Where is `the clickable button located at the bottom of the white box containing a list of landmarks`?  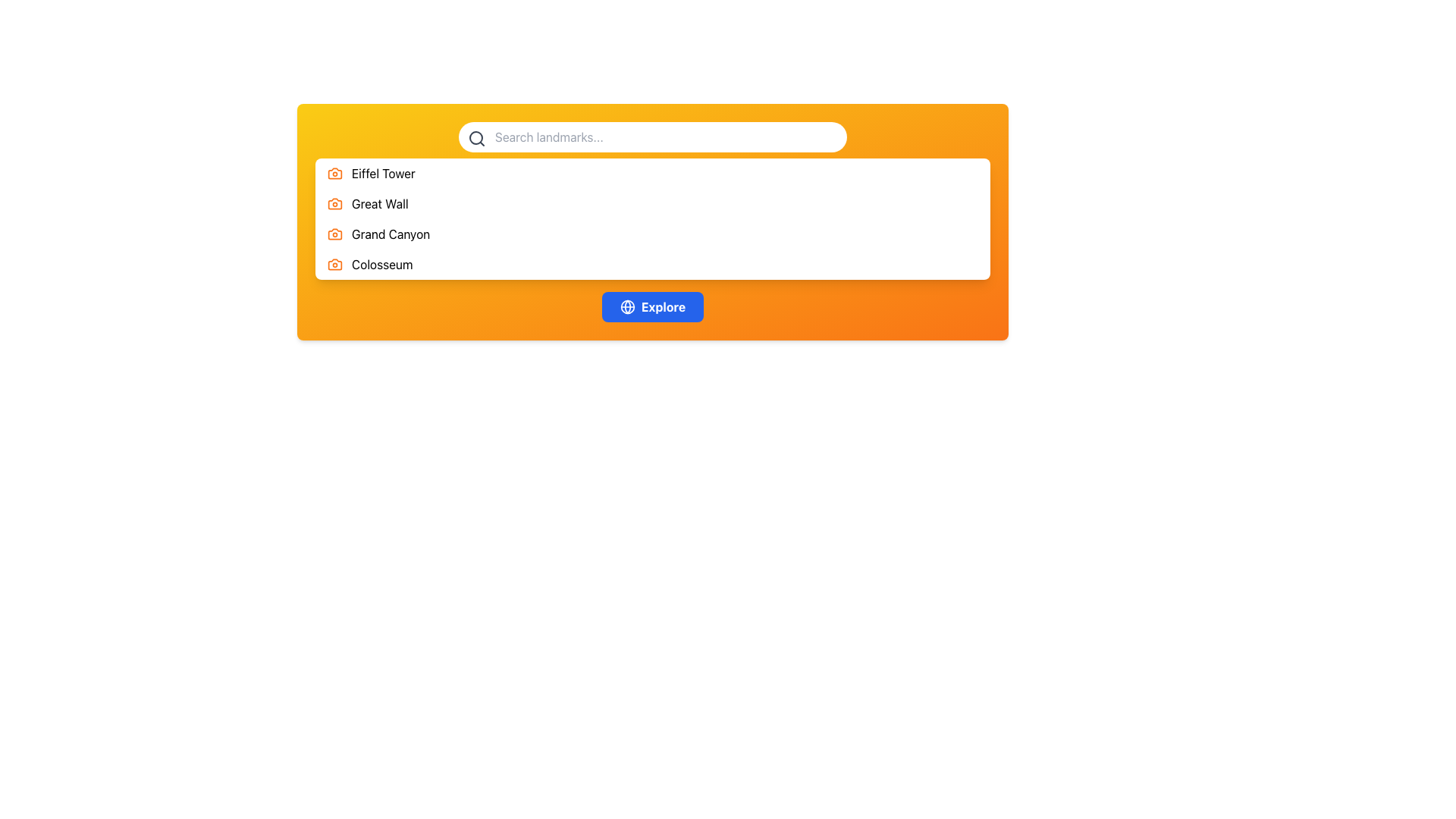
the clickable button located at the bottom of the white box containing a list of landmarks is located at coordinates (652, 307).